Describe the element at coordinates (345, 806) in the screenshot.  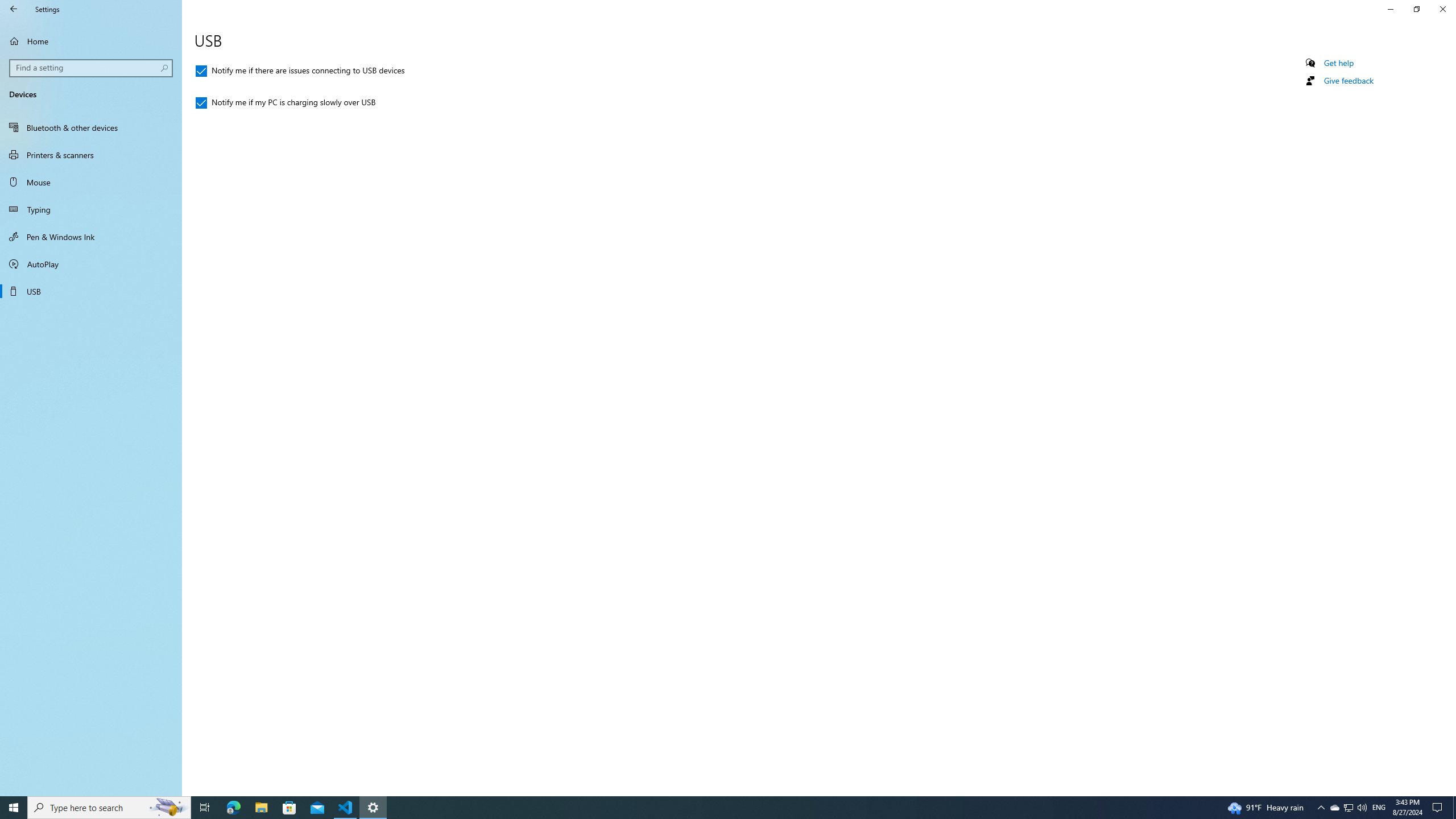
I see `'Visual Studio Code - 1 running window'` at that location.